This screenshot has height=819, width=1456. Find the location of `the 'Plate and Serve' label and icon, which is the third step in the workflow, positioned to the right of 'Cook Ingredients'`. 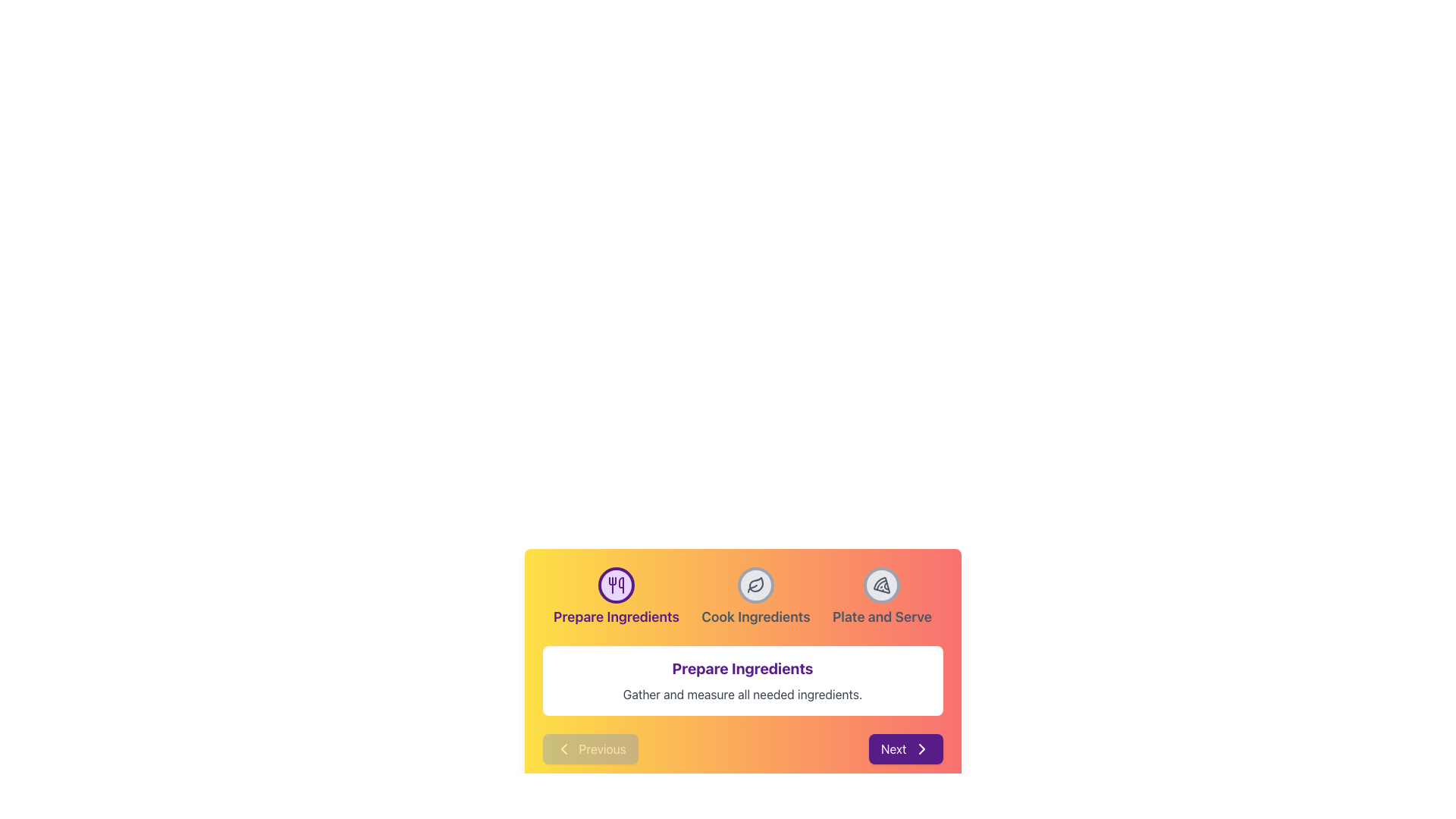

the 'Plate and Serve' label and icon, which is the third step in the workflow, positioned to the right of 'Cook Ingredients' is located at coordinates (882, 596).